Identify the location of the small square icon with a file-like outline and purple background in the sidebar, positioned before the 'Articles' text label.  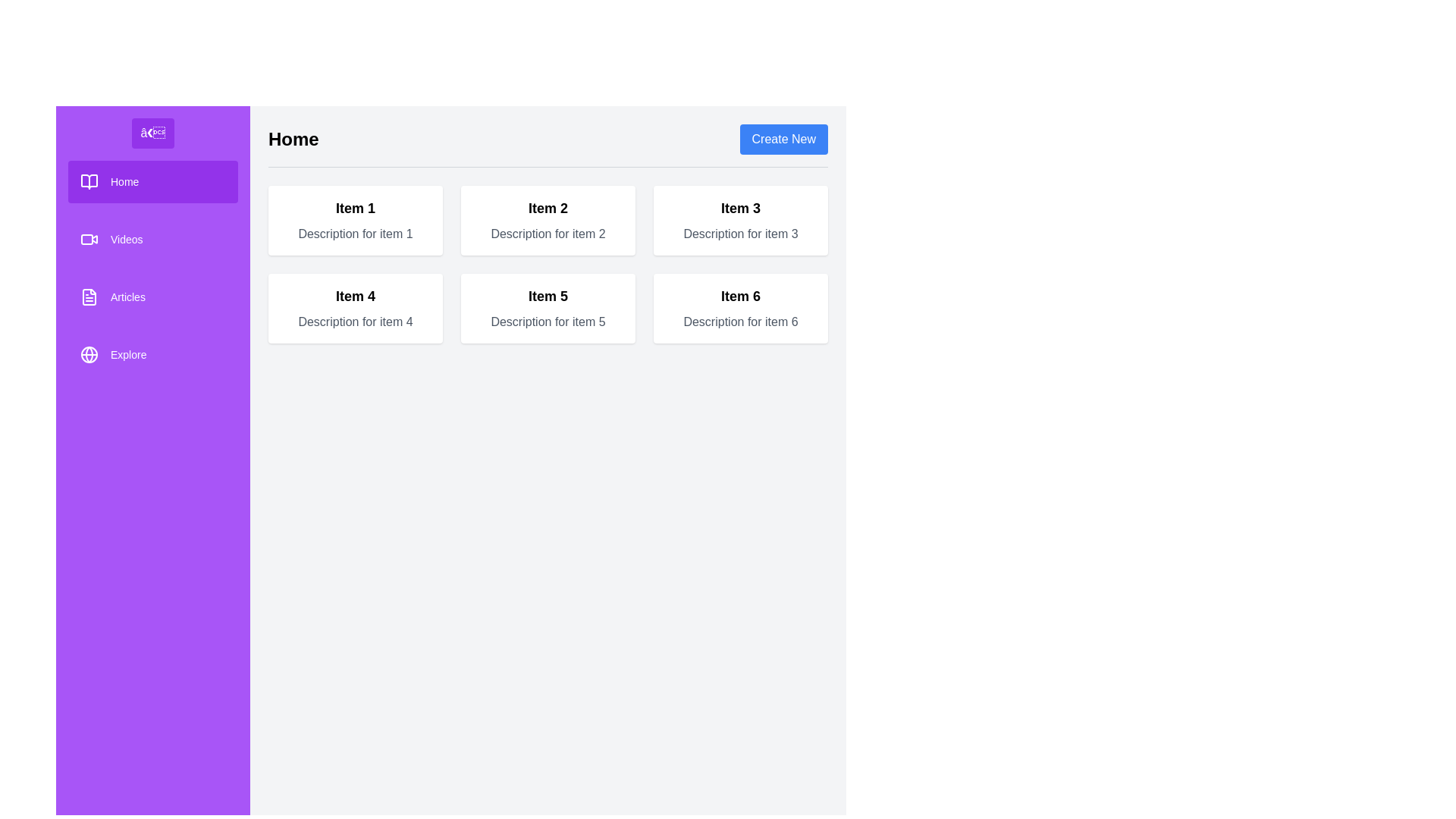
(89, 297).